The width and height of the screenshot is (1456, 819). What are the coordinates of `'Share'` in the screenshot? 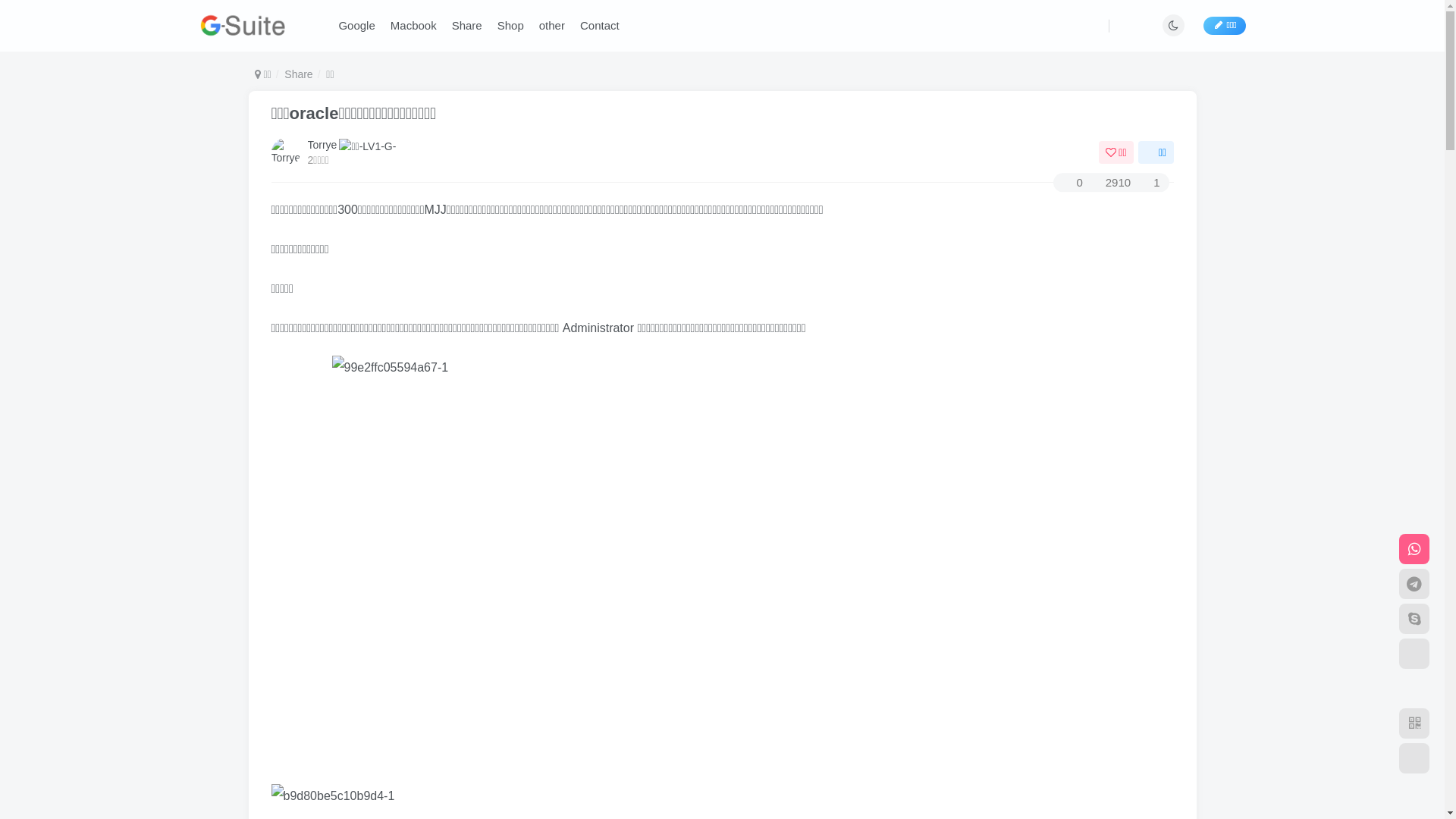 It's located at (466, 26).